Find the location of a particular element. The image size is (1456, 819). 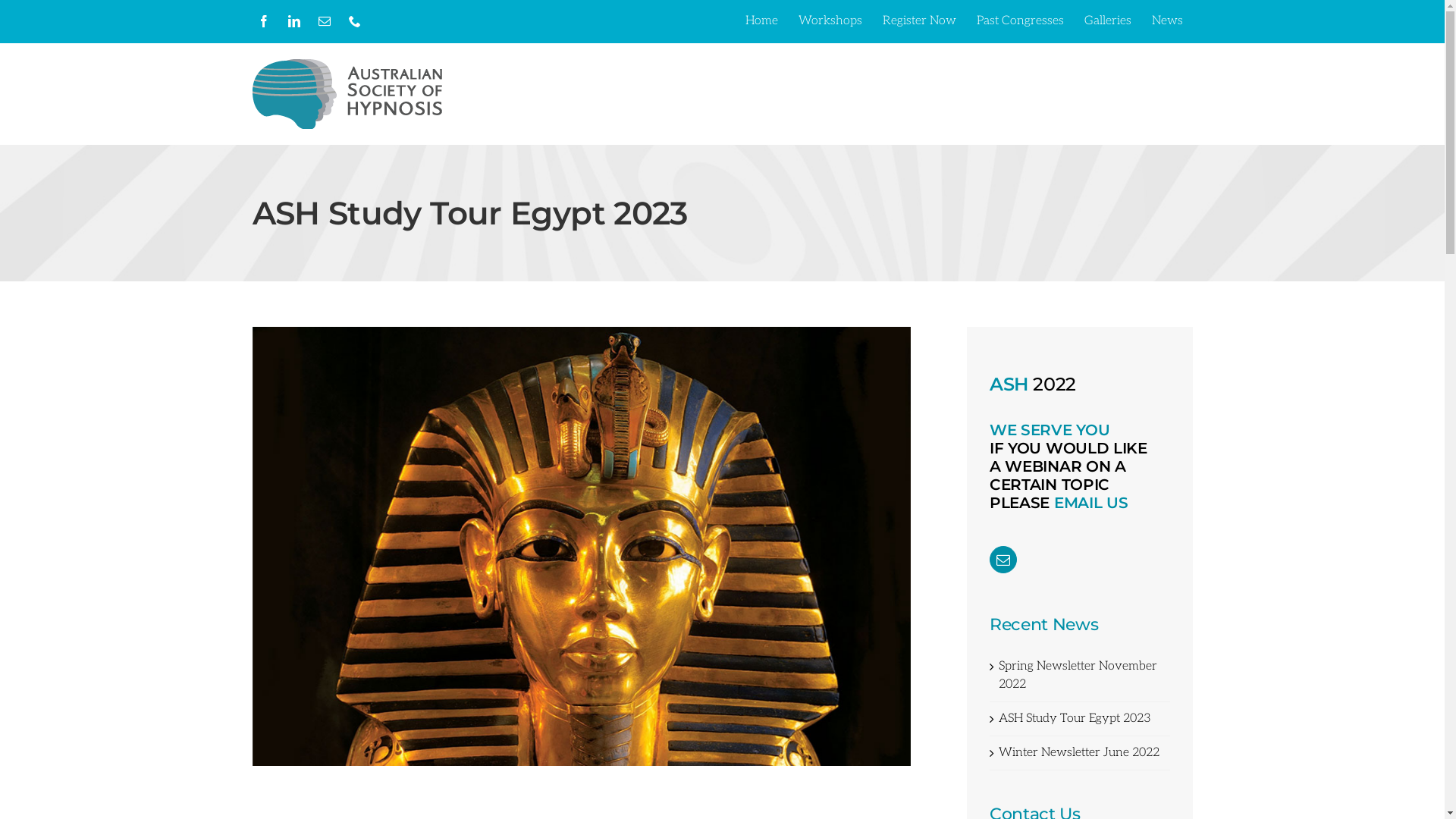

'Past Congresses' is located at coordinates (1019, 20).